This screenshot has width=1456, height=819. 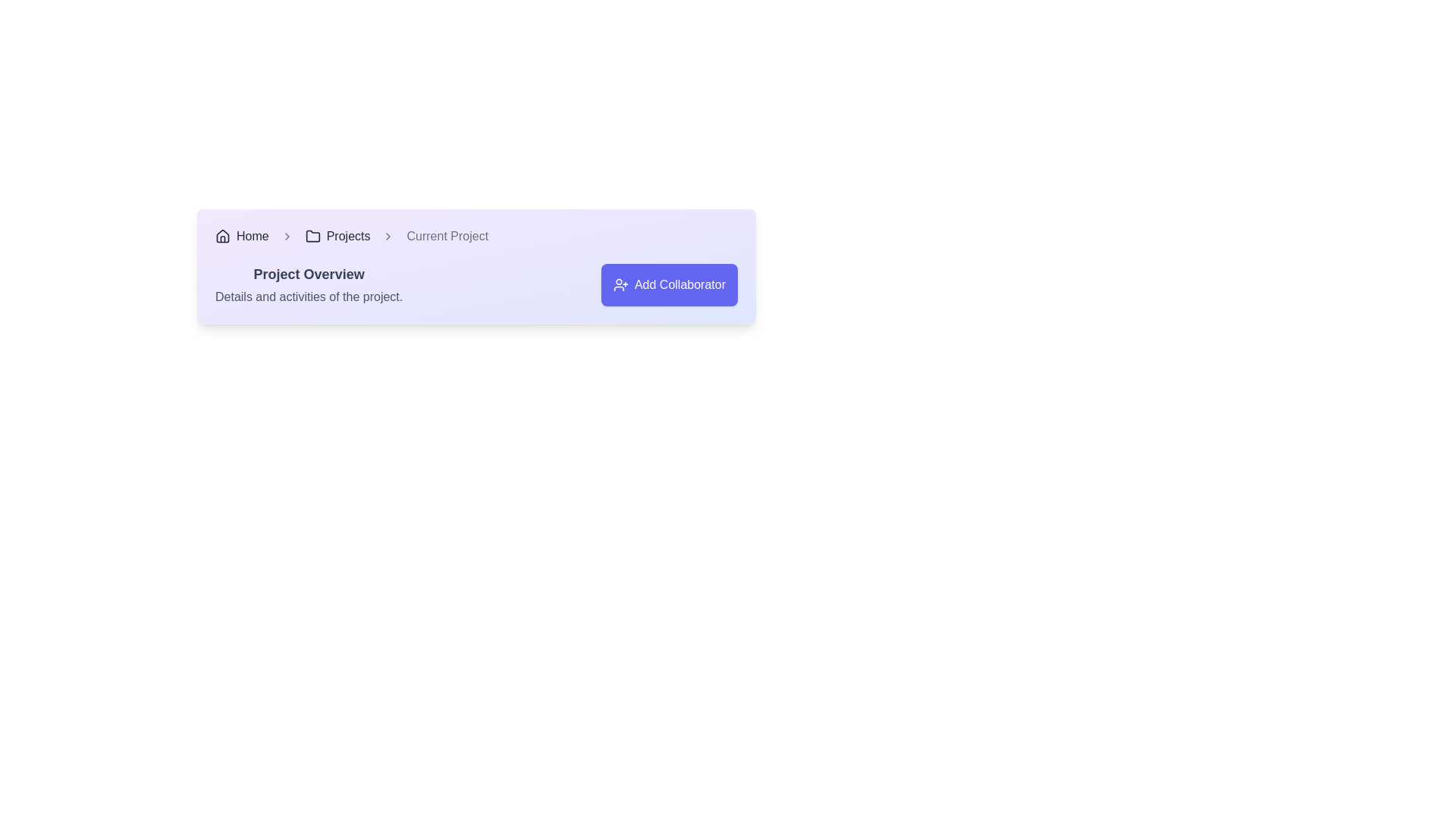 I want to click on the 'Add Collaborator' button with a blue background and white text, so click(x=669, y=284).